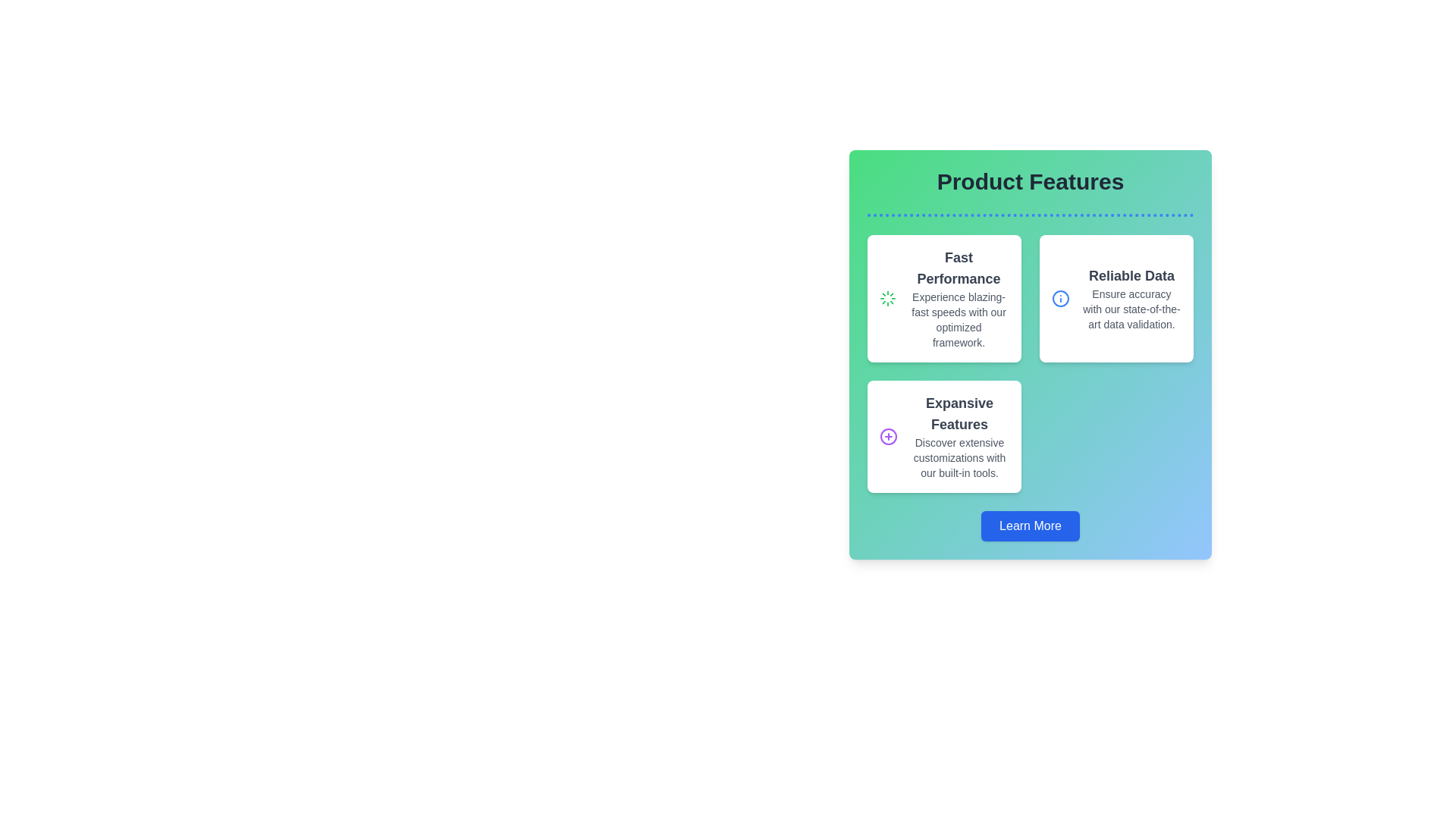  Describe the element at coordinates (1030, 526) in the screenshot. I see `the 'Learn More' button located at the bottom center of the 'Product Features' card` at that location.